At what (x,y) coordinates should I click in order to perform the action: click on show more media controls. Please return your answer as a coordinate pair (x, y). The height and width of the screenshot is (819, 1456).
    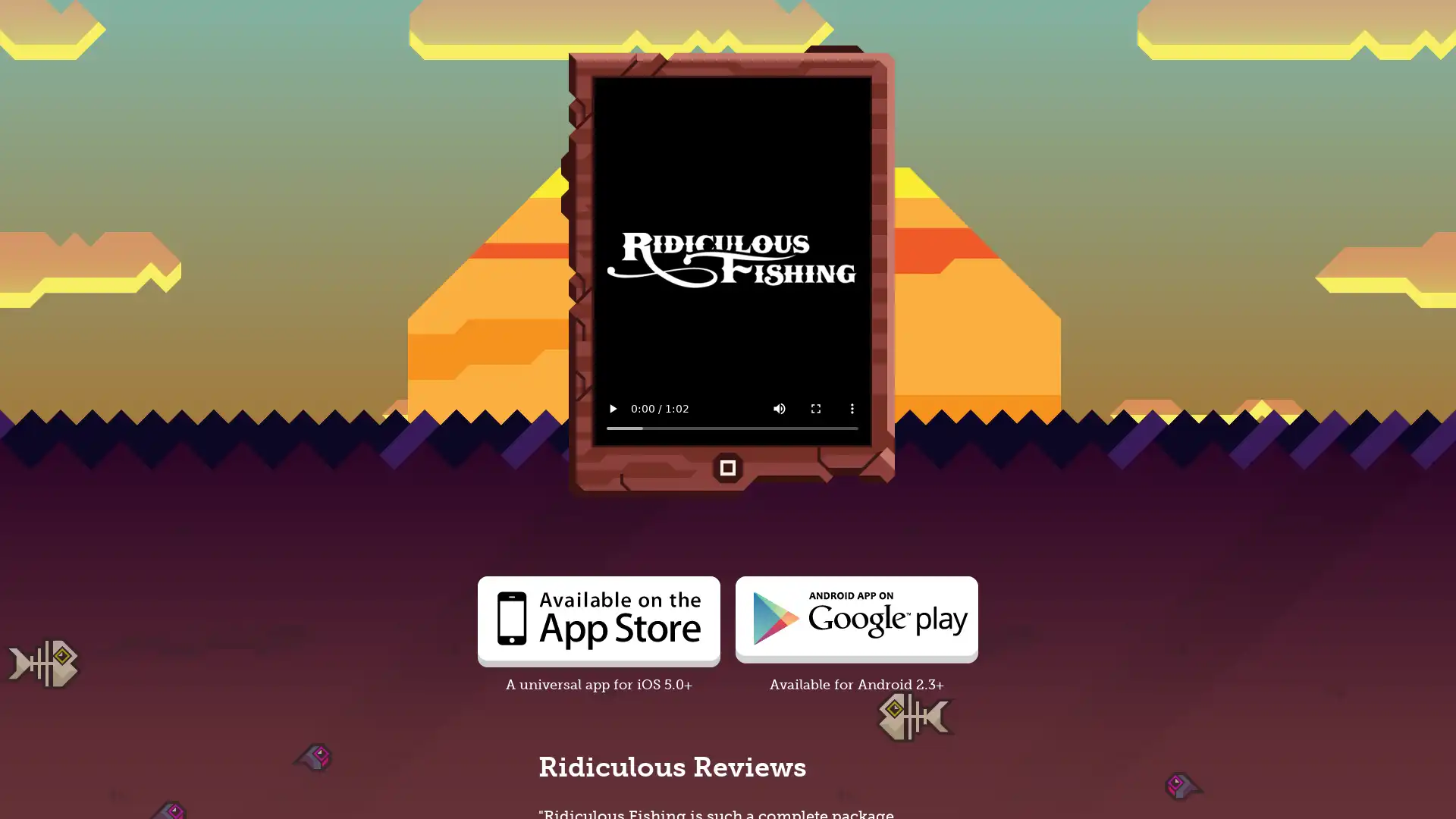
    Looking at the image, I should click on (852, 408).